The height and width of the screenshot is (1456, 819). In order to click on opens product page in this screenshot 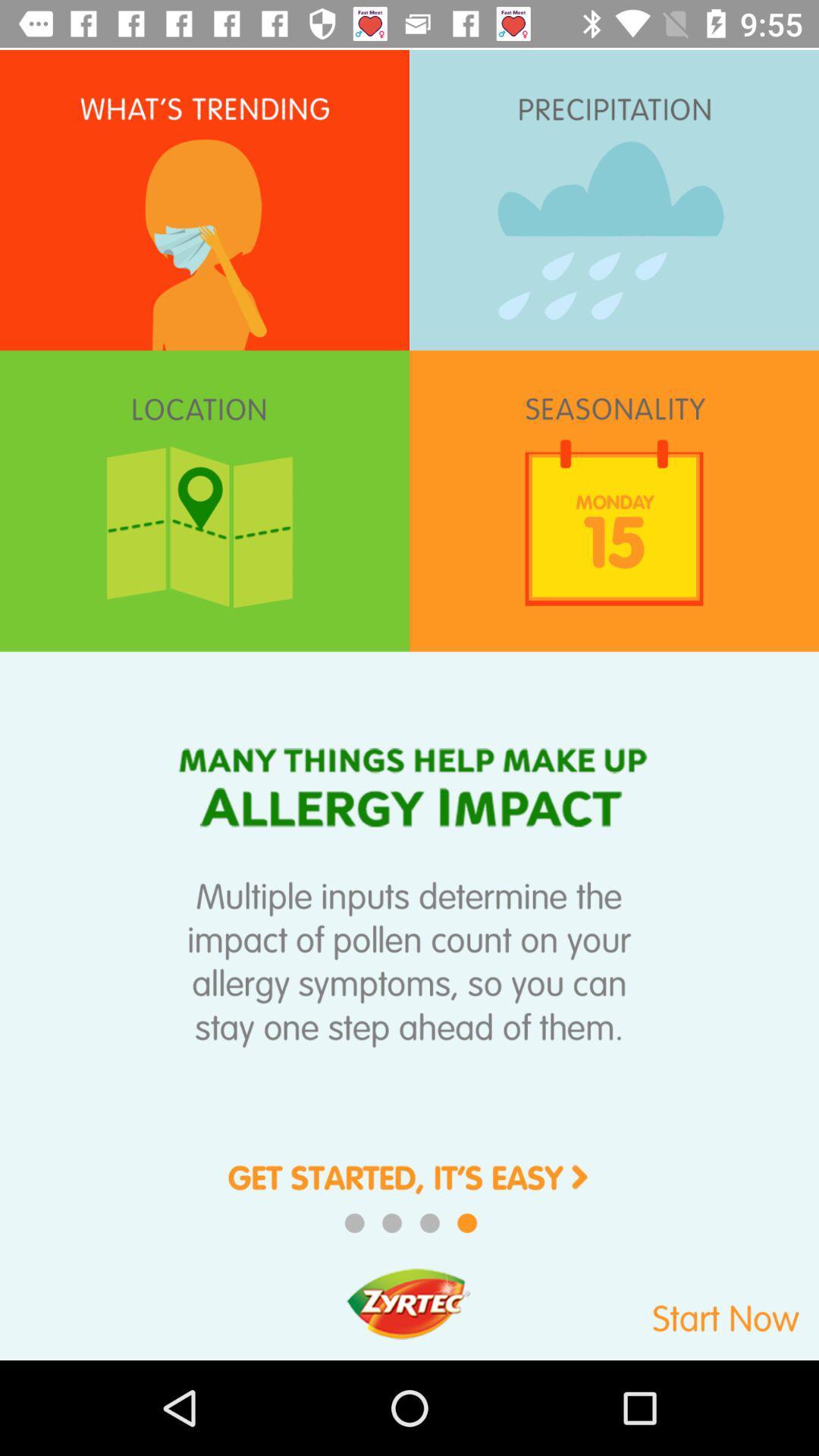, I will do `click(409, 1188)`.